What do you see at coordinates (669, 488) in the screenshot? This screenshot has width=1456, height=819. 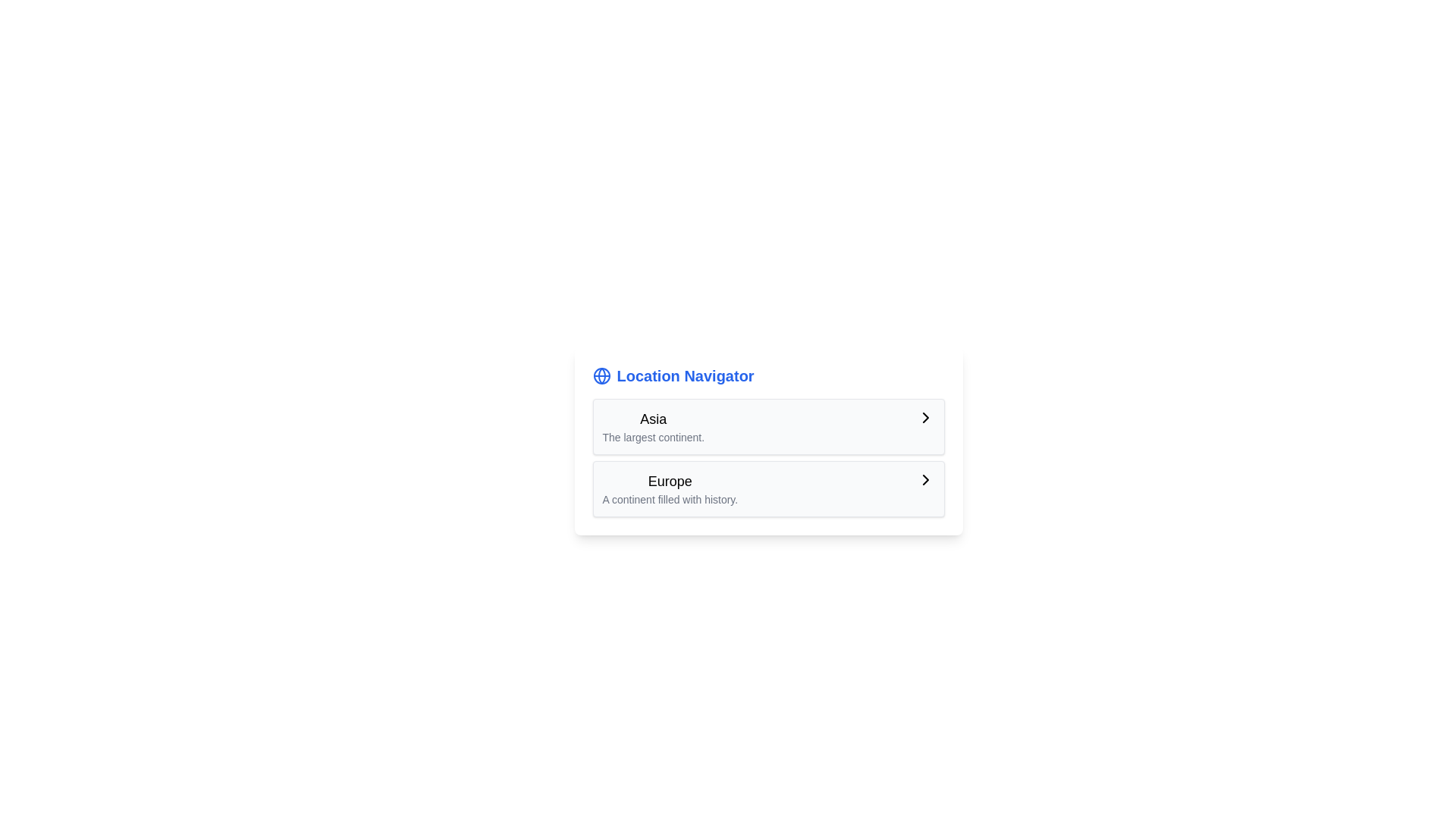 I see `the navigation entry for 'Europe' located underneath 'Asia' in the 'Location Navigator' panel` at bounding box center [669, 488].